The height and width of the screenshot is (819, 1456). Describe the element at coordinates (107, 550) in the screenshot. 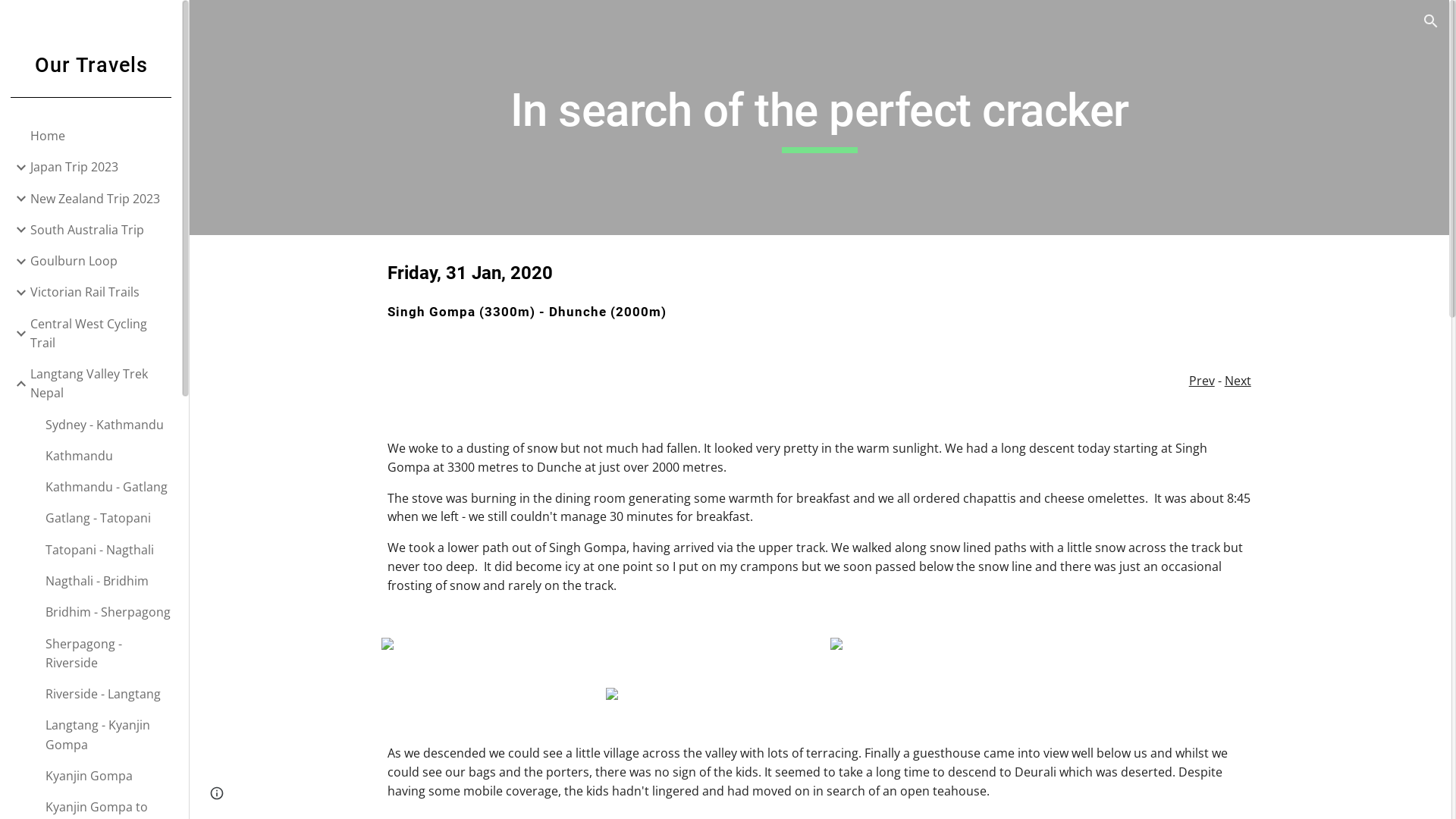

I see `'Tatopani - Nagthali'` at that location.